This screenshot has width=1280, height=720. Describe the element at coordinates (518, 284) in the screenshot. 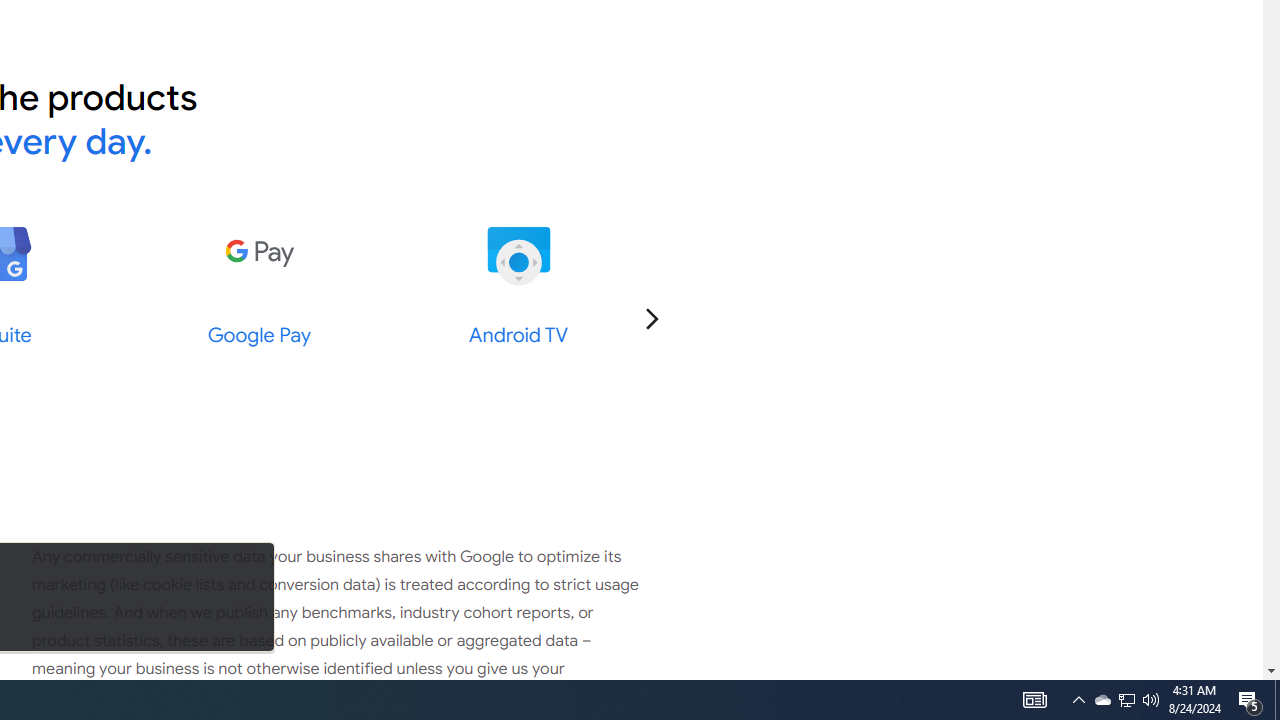

I see `'Android TV Android TV'` at that location.